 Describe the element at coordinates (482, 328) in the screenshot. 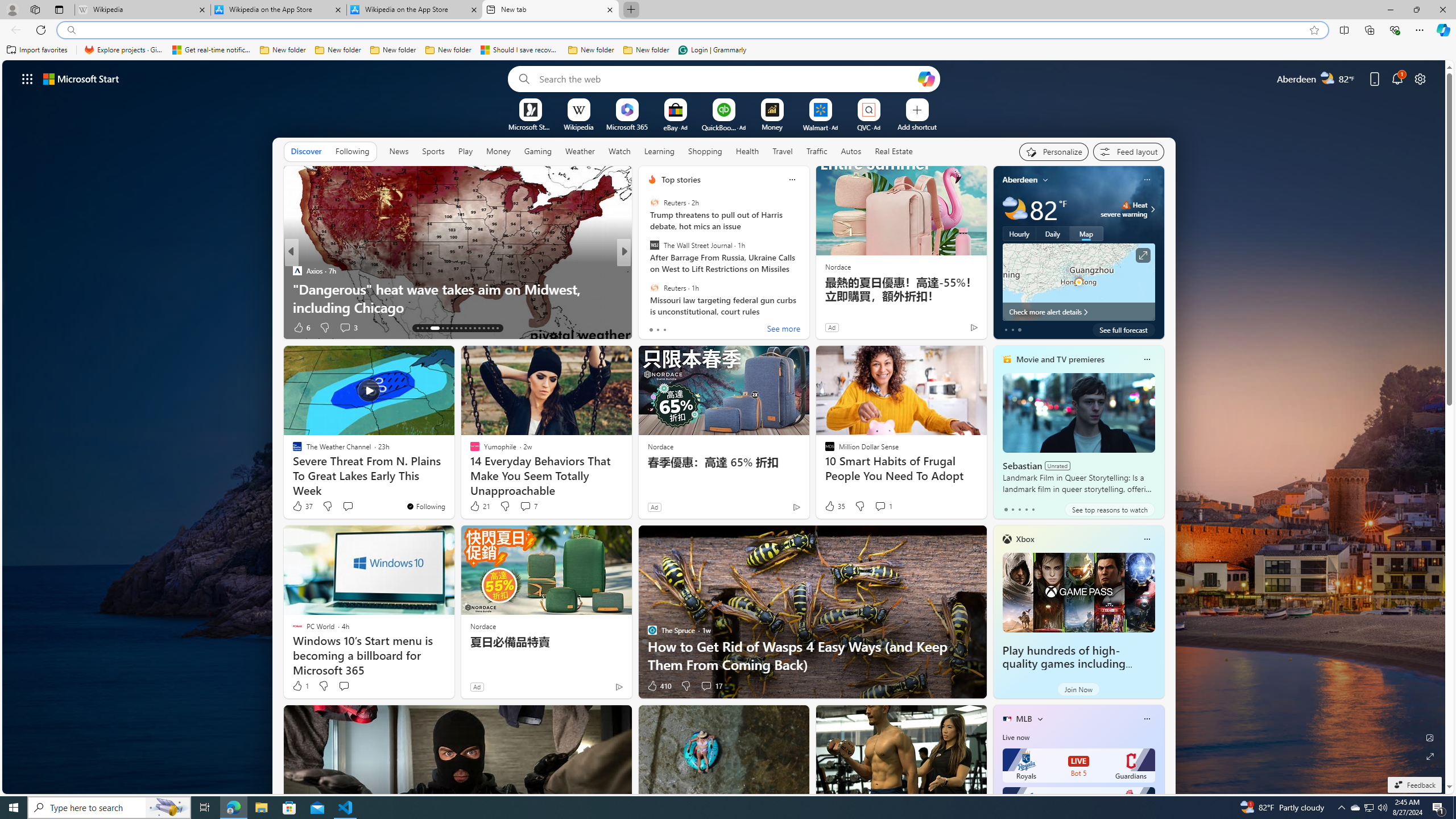

I see `'AutomationID: tab-26'` at that location.